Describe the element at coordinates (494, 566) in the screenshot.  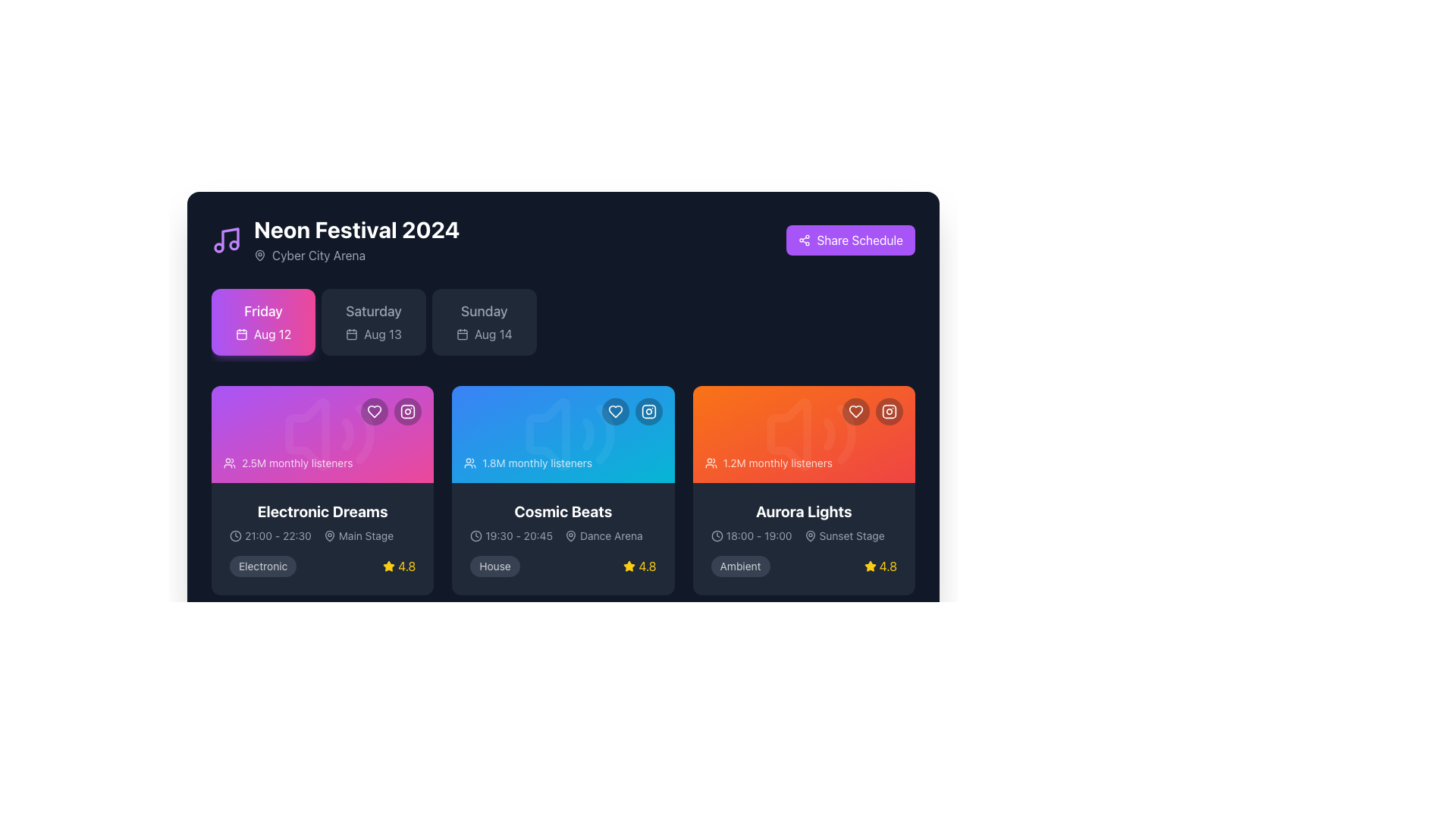
I see `the 'House' label, which is a rounded rectangular element with a gray background and light gray text, located in the 'Cosmic Beats' section of the UI card` at that location.